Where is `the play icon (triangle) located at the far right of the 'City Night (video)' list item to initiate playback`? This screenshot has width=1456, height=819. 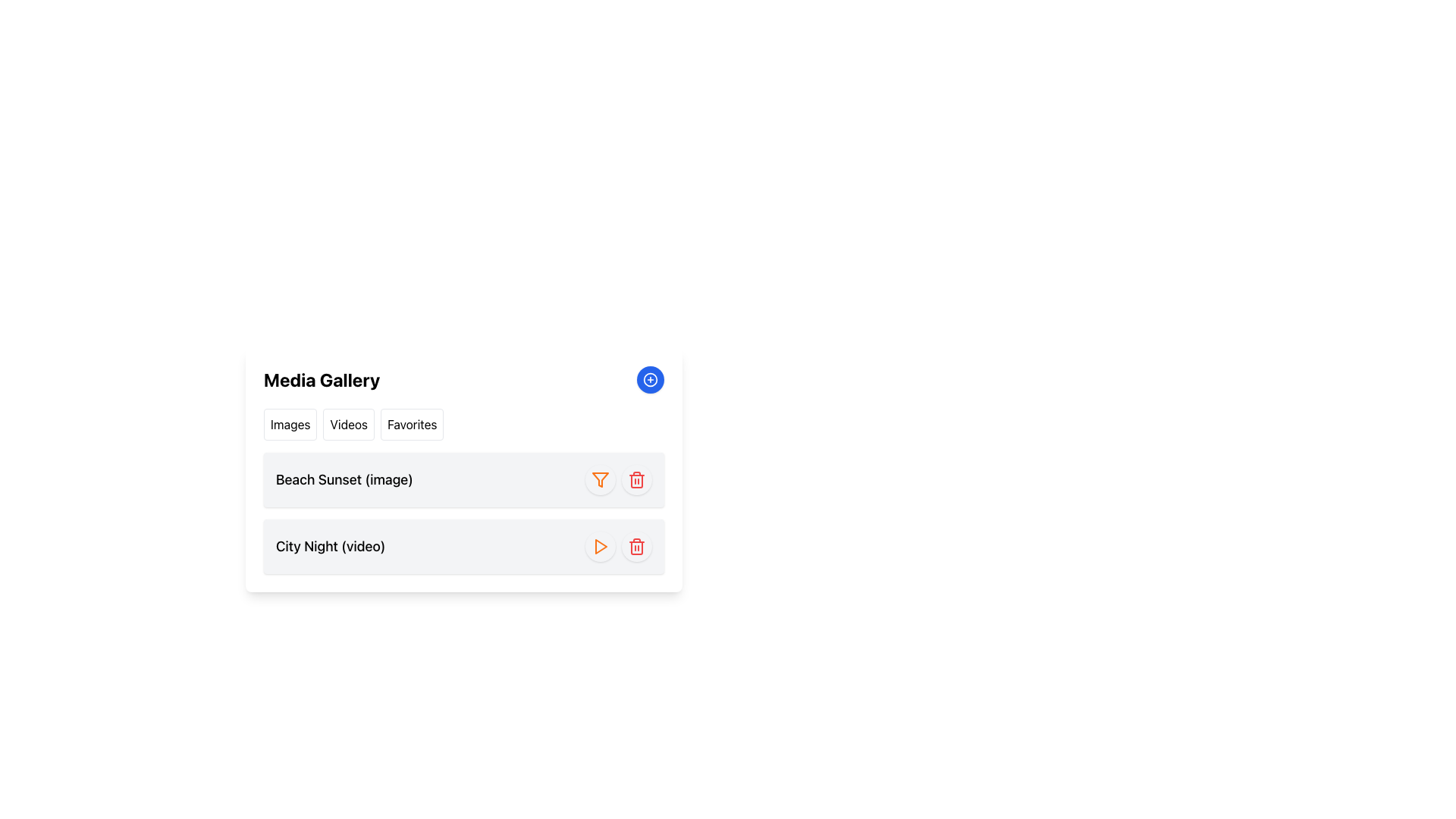
the play icon (triangle) located at the far right of the 'City Night (video)' list item to initiate playback is located at coordinates (600, 547).